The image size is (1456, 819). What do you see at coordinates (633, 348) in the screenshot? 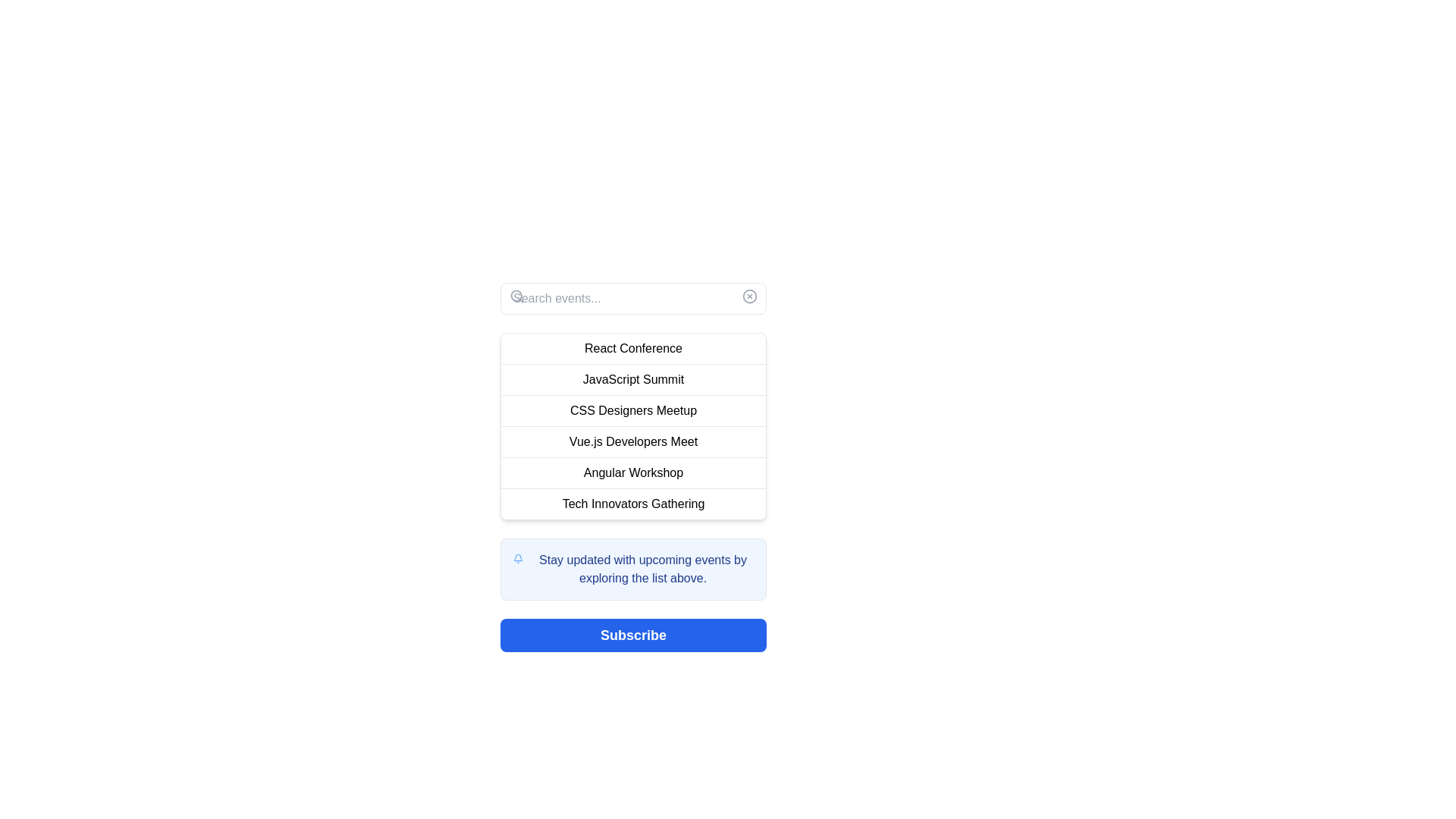
I see `the list item displaying 'React Conference', which is the first item in a vertical list of events located below the search bar` at bounding box center [633, 348].